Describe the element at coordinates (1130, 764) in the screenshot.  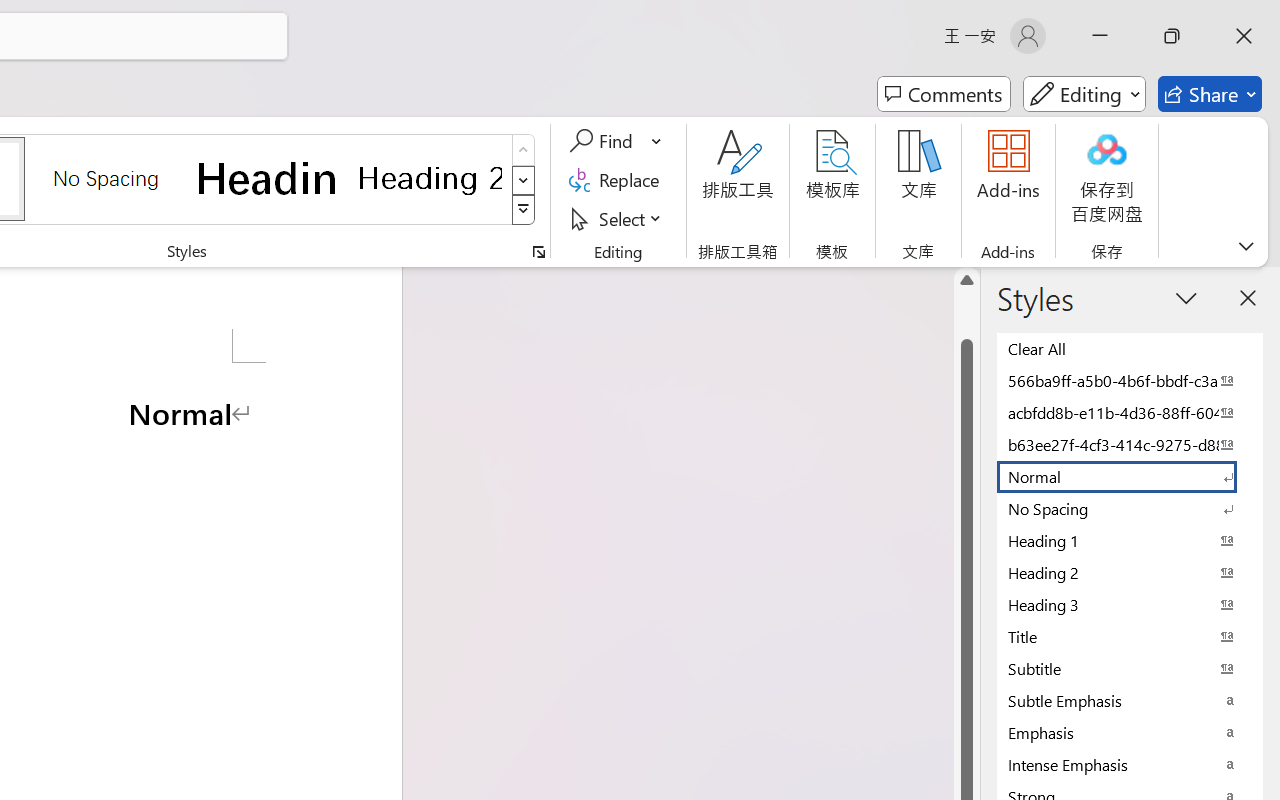
I see `'Intense Emphasis'` at that location.